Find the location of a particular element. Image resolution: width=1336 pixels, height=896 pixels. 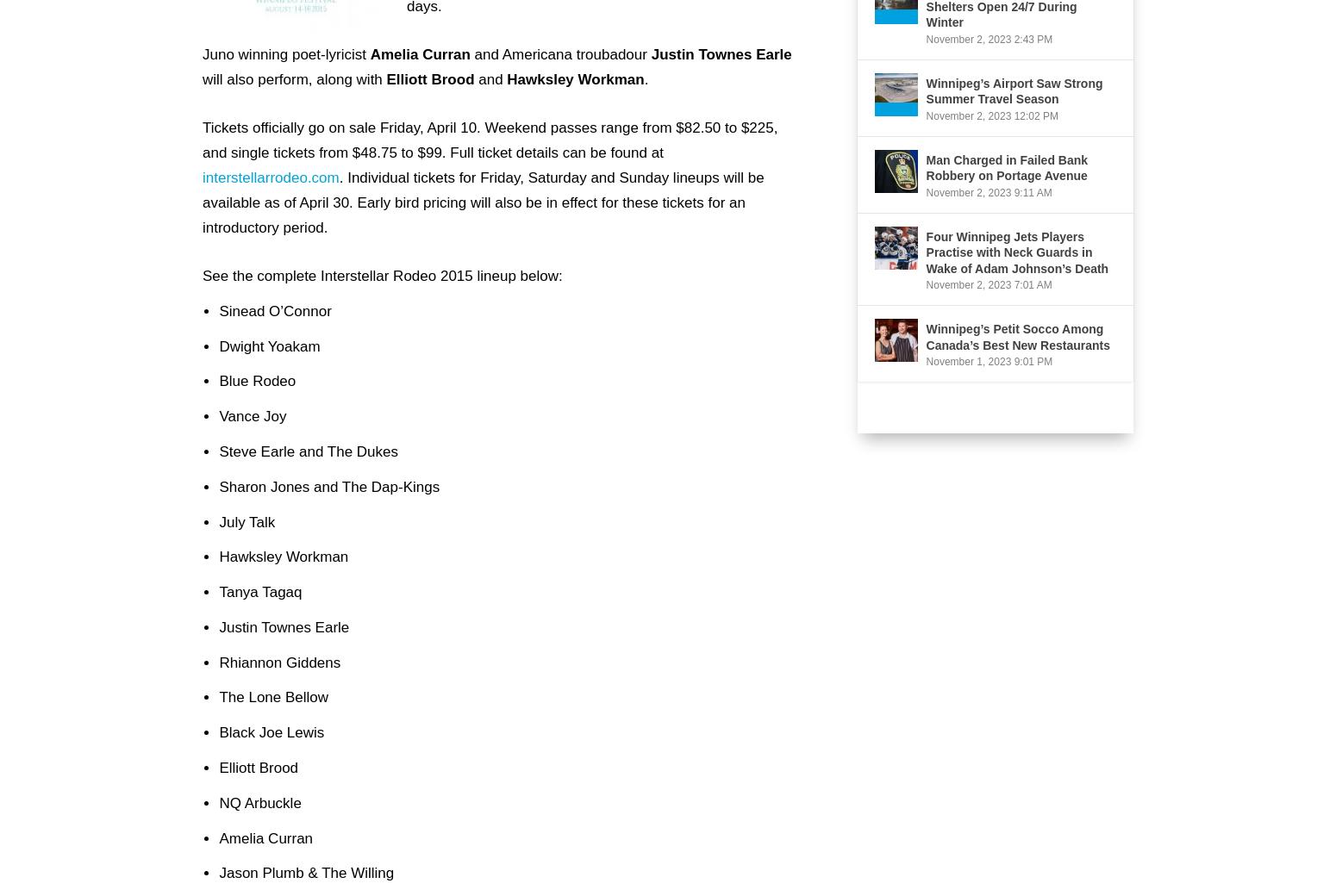

'Man Charged in Failed Bank Robbery on Portage Avenue' is located at coordinates (1006, 166).